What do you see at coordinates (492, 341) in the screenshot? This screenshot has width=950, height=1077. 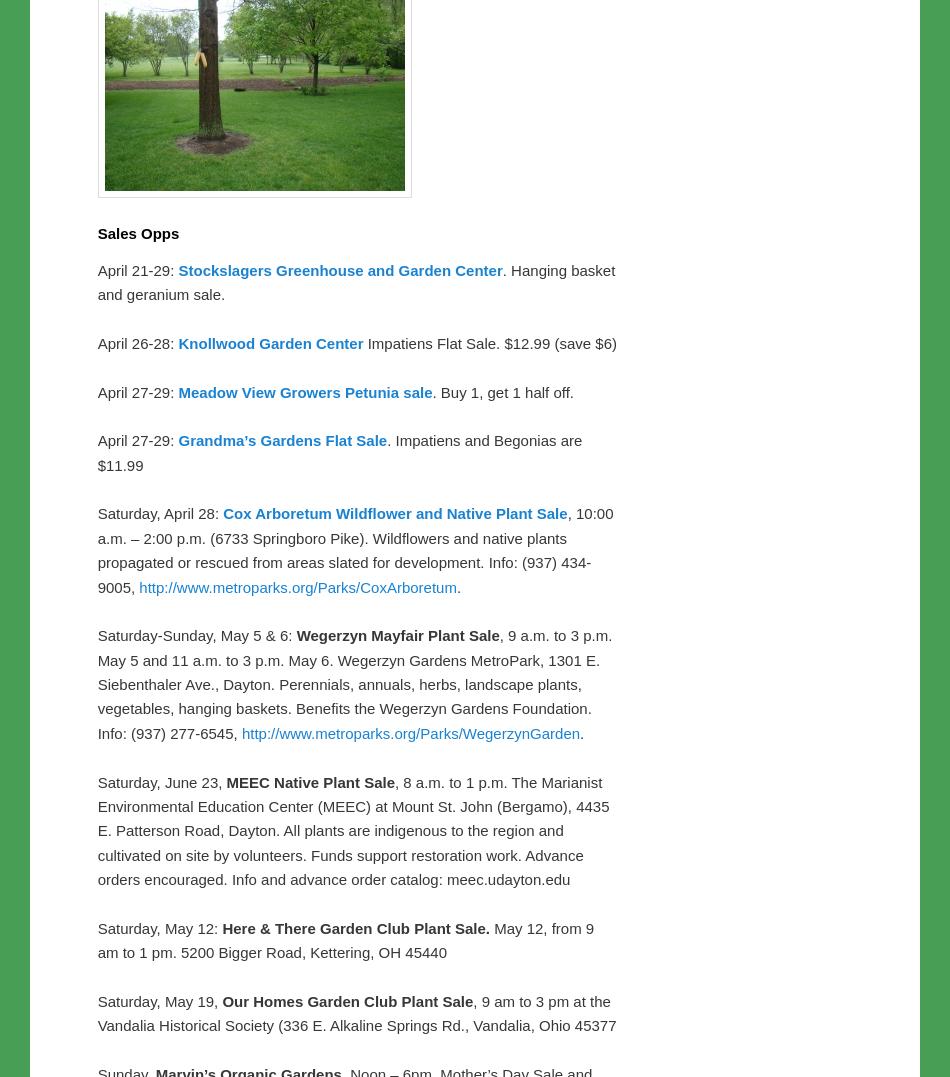 I see `'Impatiens Flat Sale. $12.99 (save $6)'` at bounding box center [492, 341].